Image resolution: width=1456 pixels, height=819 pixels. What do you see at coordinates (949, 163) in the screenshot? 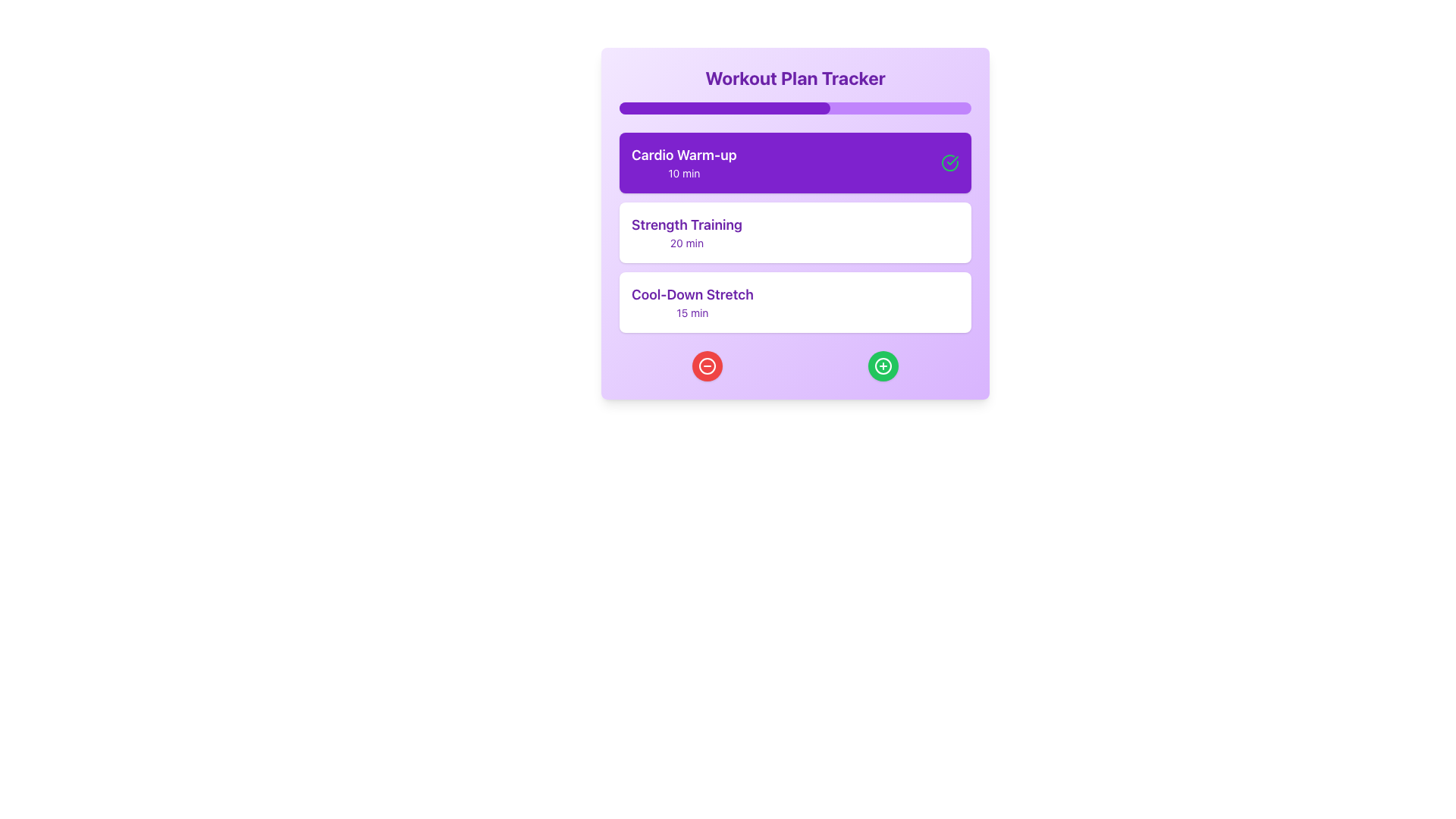
I see `the completion status icon for the 'Cardio Warm-up' task located in the top-right corner of the card` at bounding box center [949, 163].